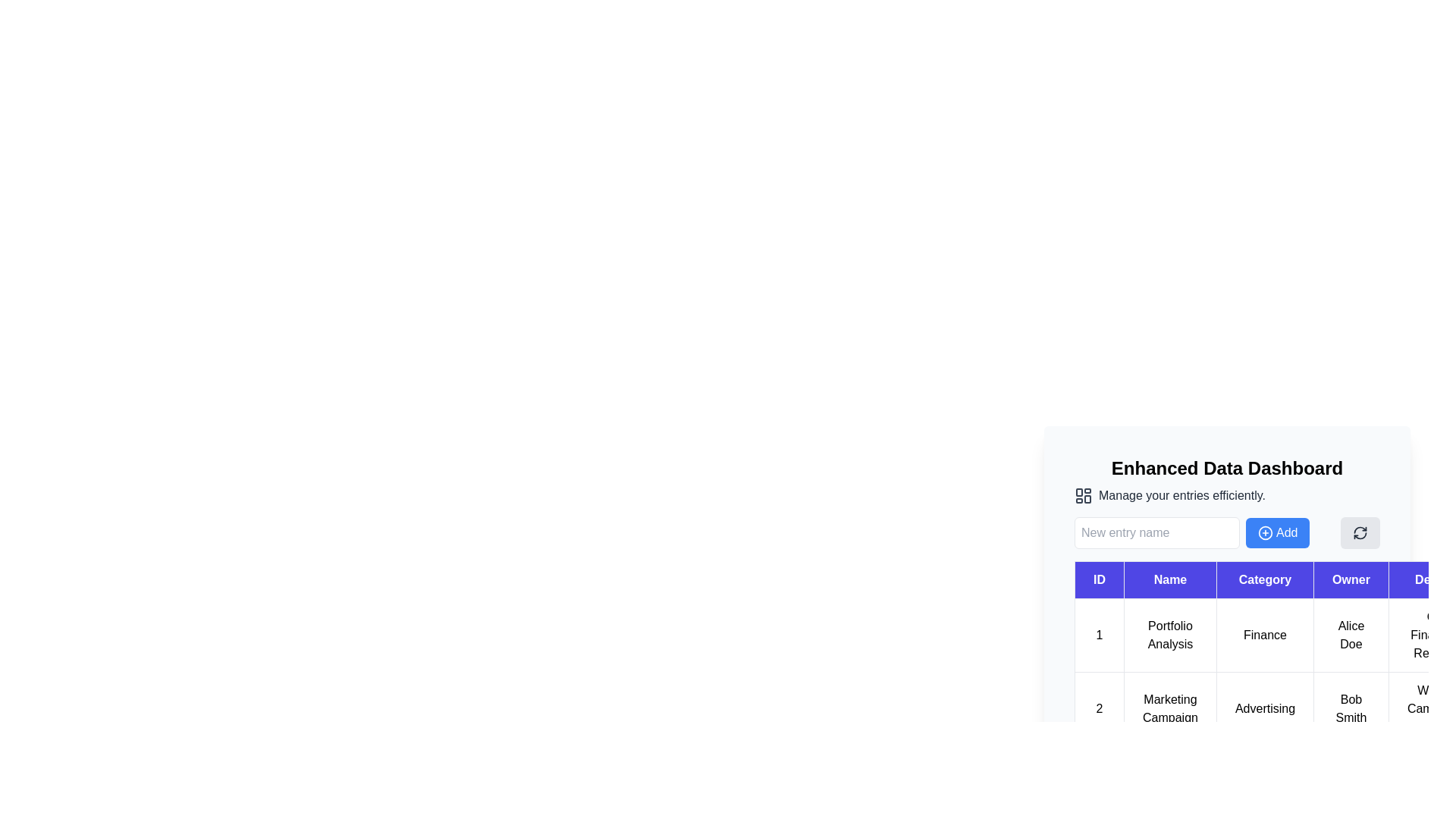 The width and height of the screenshot is (1456, 819). Describe the element at coordinates (1099, 708) in the screenshot. I see `the Table Cell in the first column of the data table, located in the second row, to associate the ID with the row content` at that location.